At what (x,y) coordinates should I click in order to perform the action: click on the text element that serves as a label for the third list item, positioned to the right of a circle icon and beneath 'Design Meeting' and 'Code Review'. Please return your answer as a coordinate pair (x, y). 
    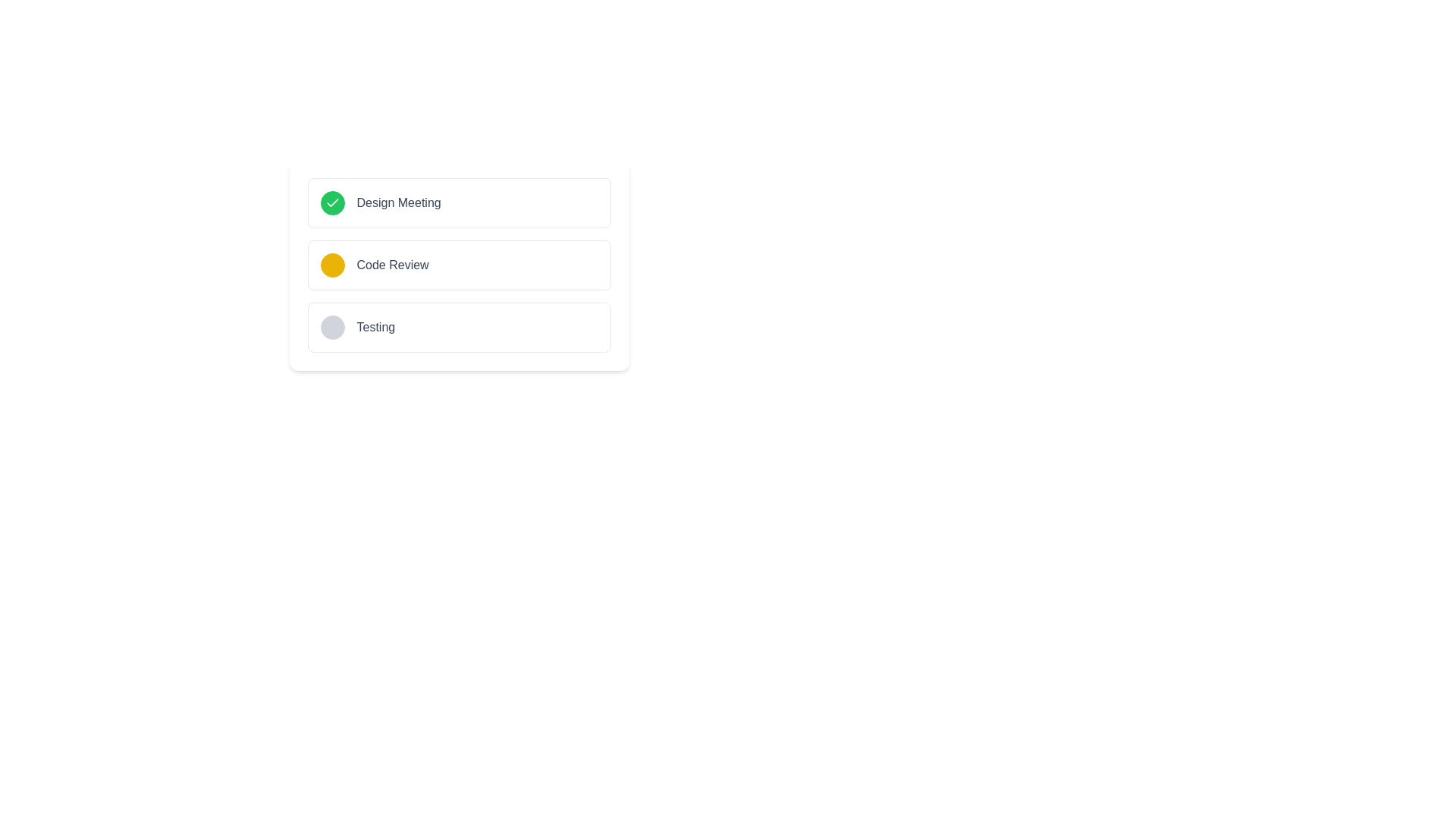
    Looking at the image, I should click on (375, 327).